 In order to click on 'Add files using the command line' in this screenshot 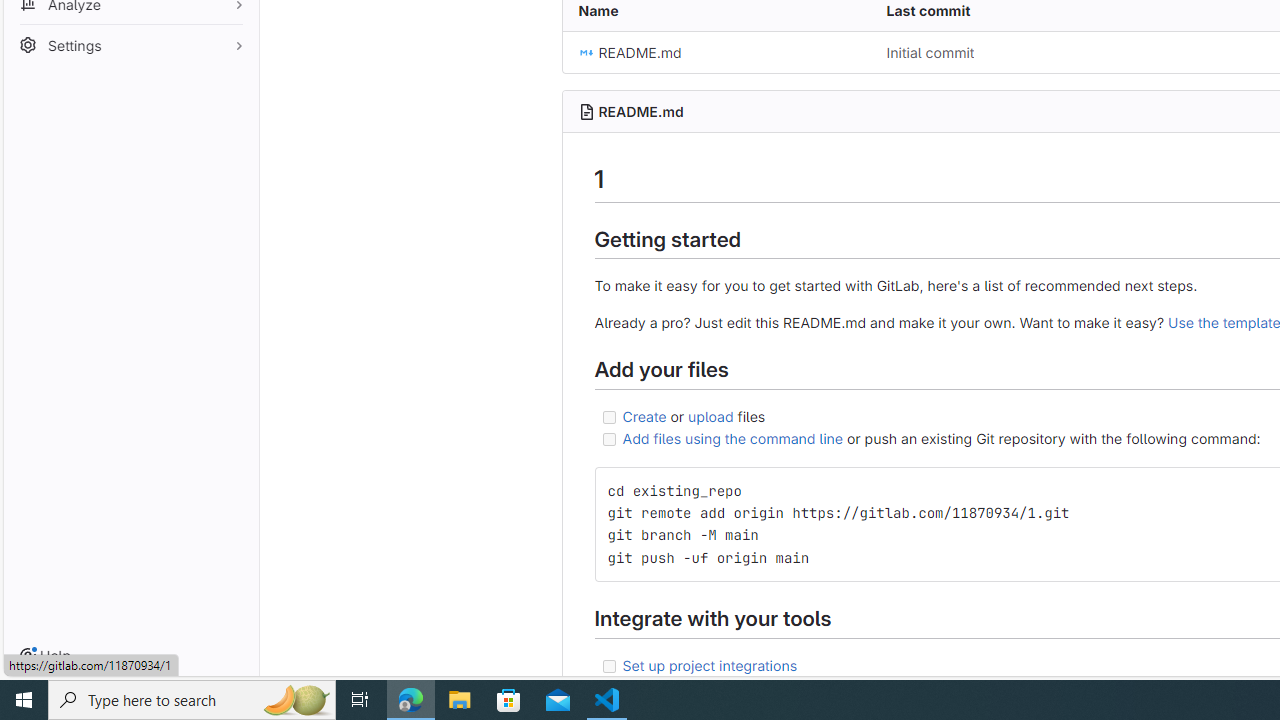, I will do `click(731, 437)`.